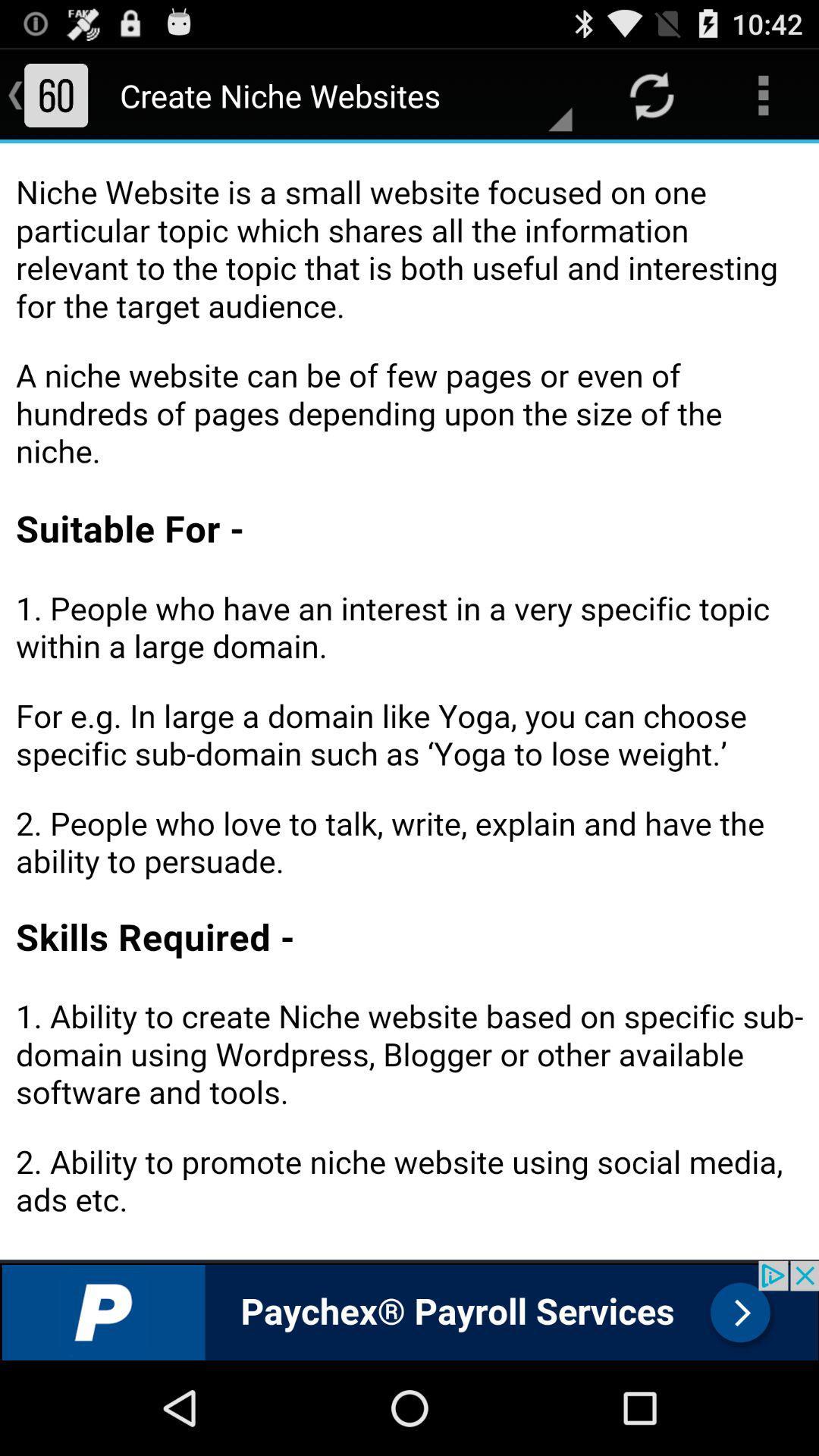  What do you see at coordinates (409, 1310) in the screenshot?
I see `advertisement` at bounding box center [409, 1310].